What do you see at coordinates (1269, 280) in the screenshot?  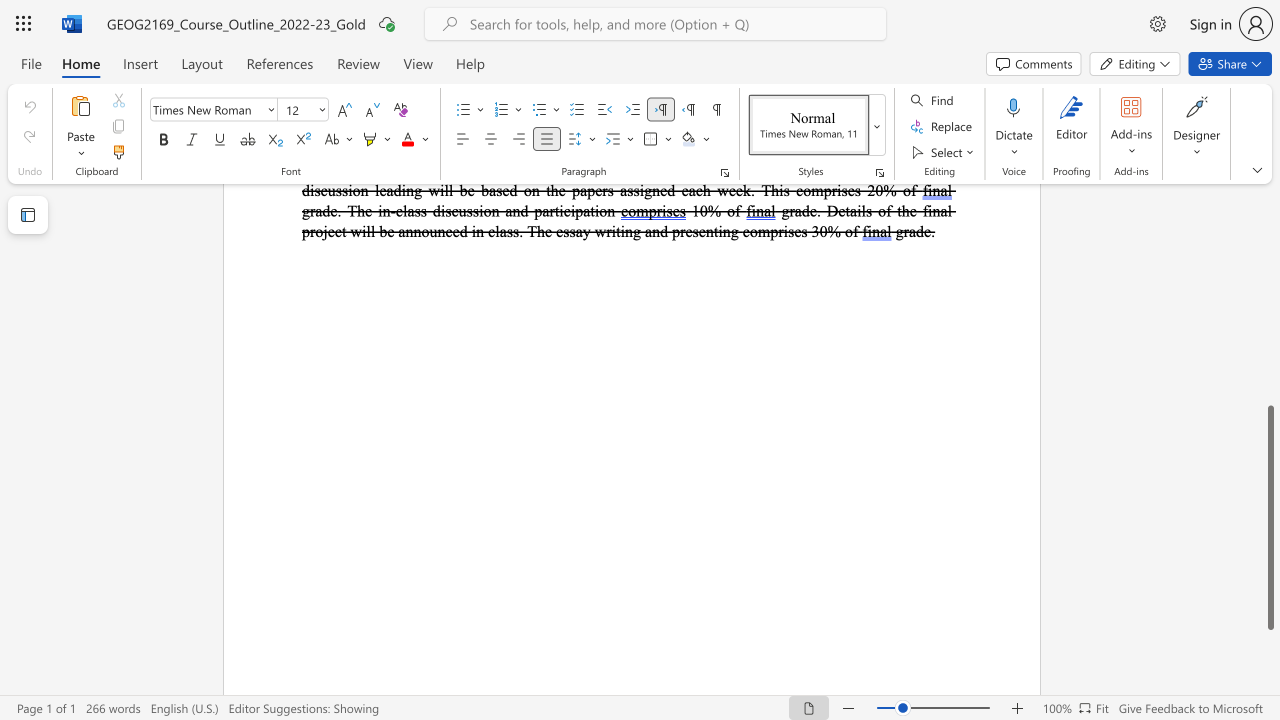 I see `the scrollbar` at bounding box center [1269, 280].